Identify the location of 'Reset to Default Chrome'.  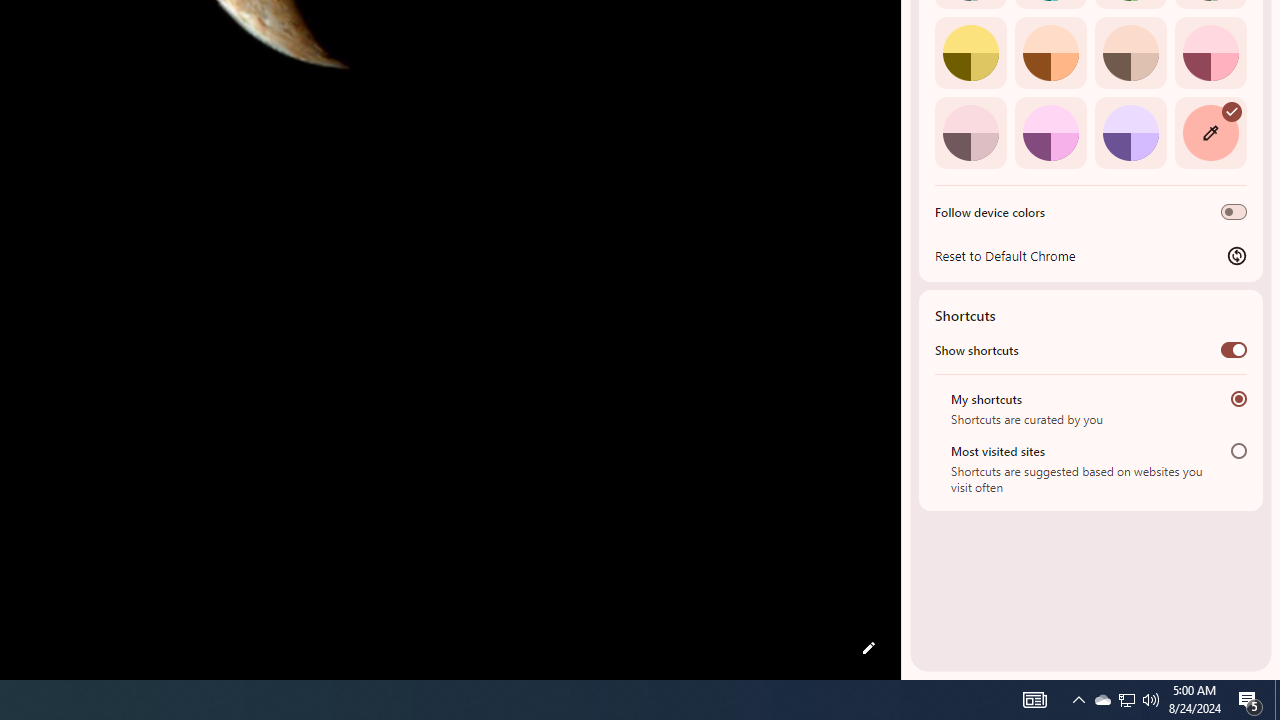
(1090, 254).